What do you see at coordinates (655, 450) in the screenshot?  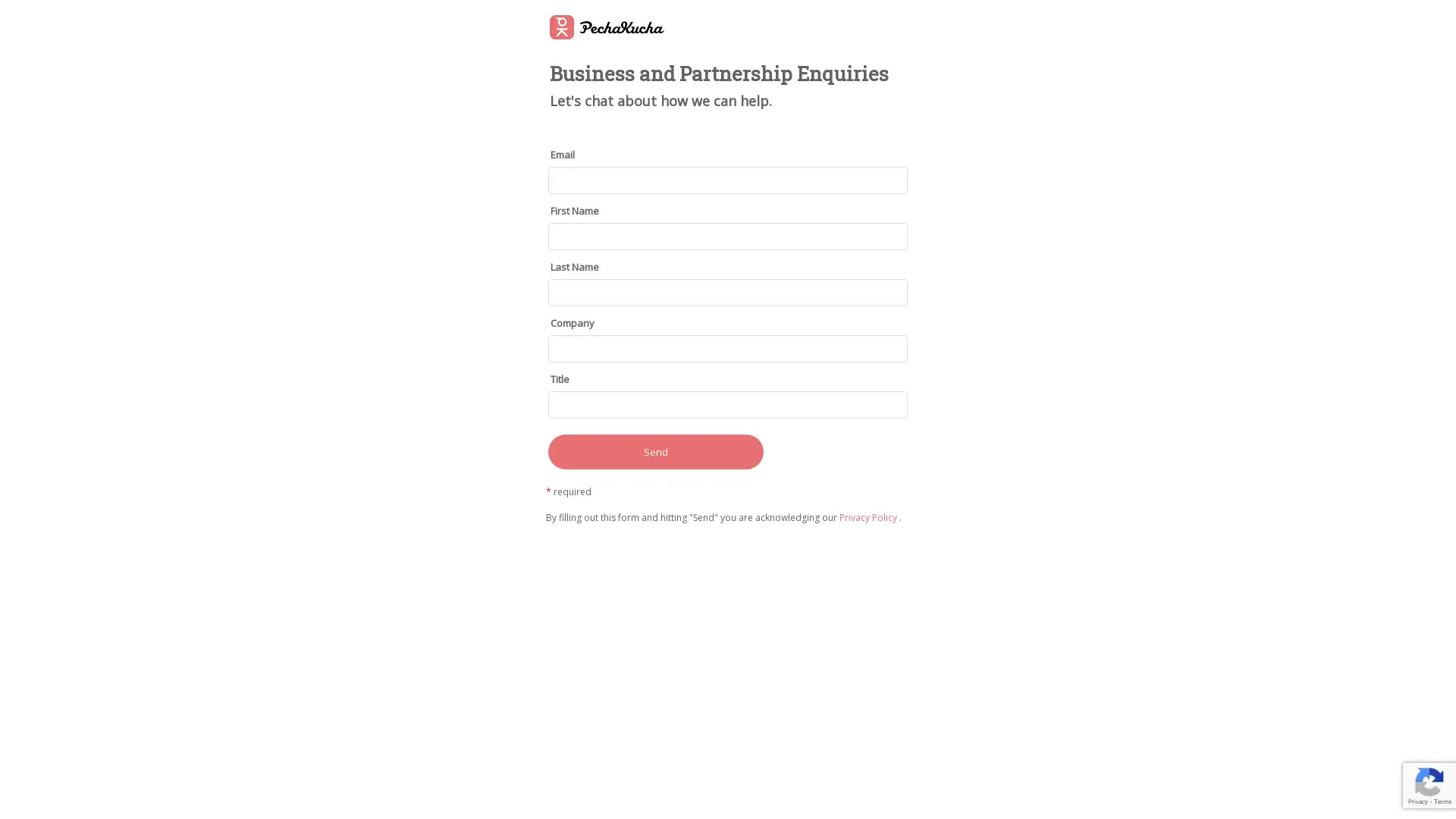 I see `Send` at bounding box center [655, 450].